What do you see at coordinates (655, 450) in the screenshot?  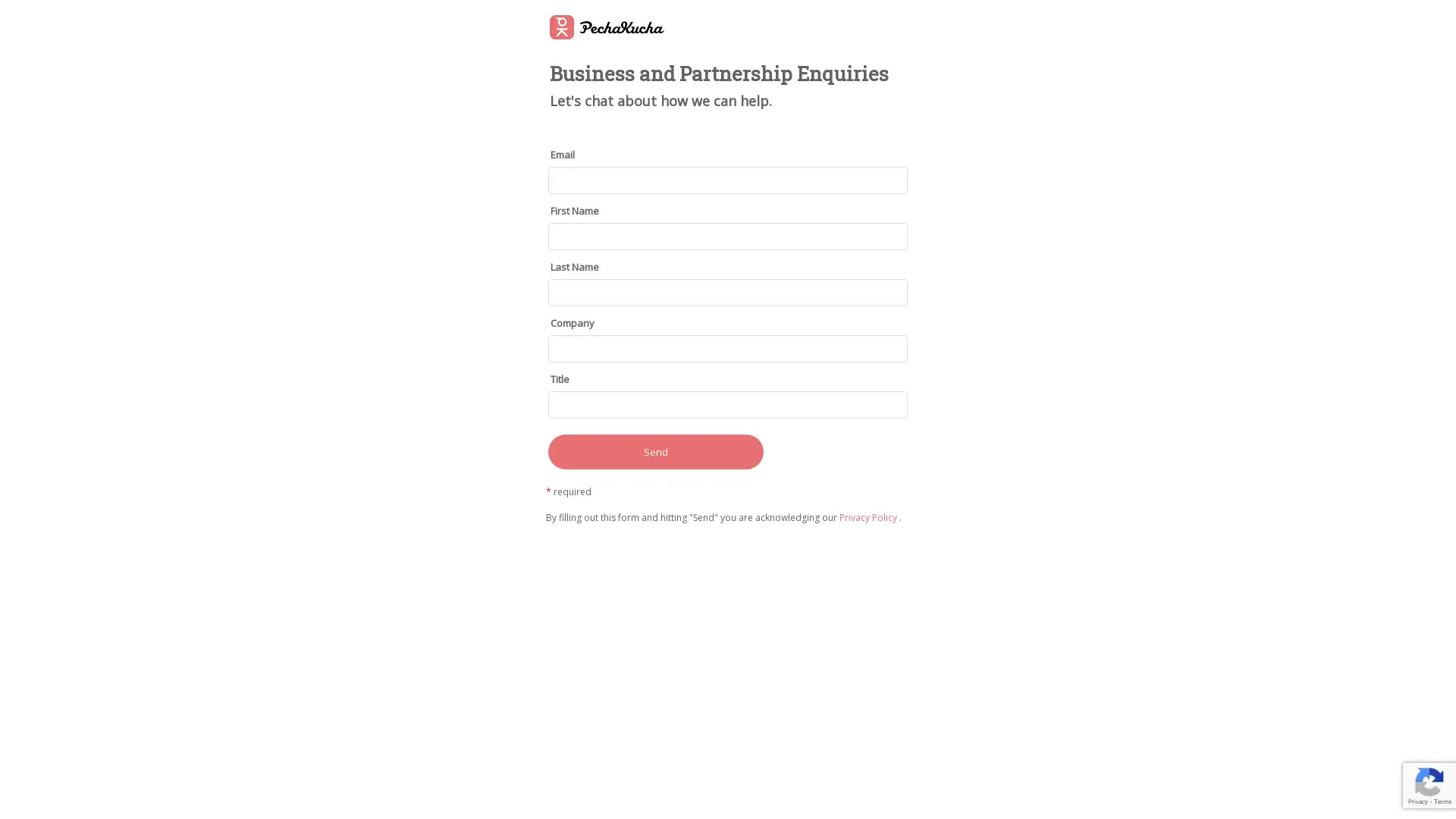 I see `Send` at bounding box center [655, 450].